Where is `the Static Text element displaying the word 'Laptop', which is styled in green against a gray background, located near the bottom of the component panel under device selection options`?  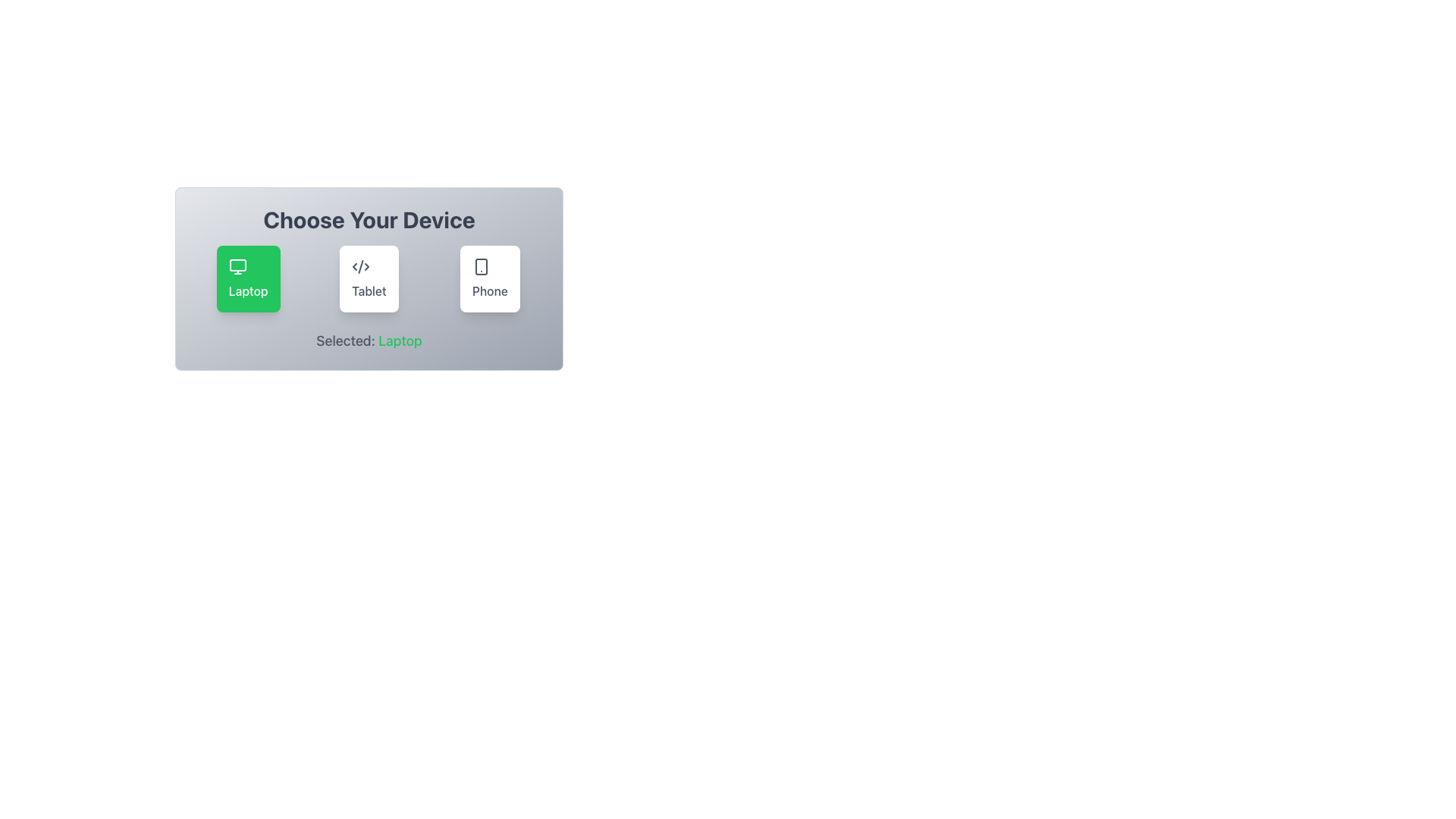 the Static Text element displaying the word 'Laptop', which is styled in green against a gray background, located near the bottom of the component panel under device selection options is located at coordinates (400, 340).